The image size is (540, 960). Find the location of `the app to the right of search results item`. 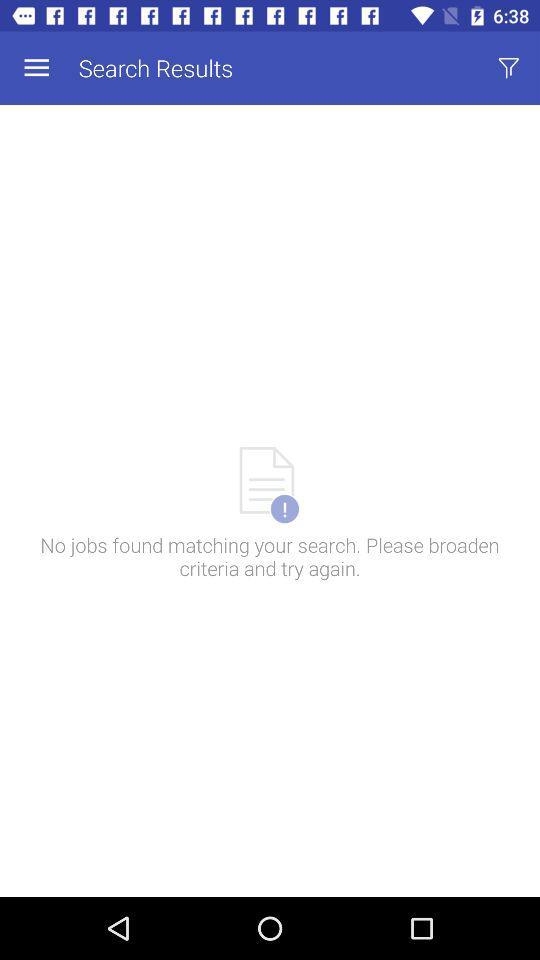

the app to the right of search results item is located at coordinates (508, 68).